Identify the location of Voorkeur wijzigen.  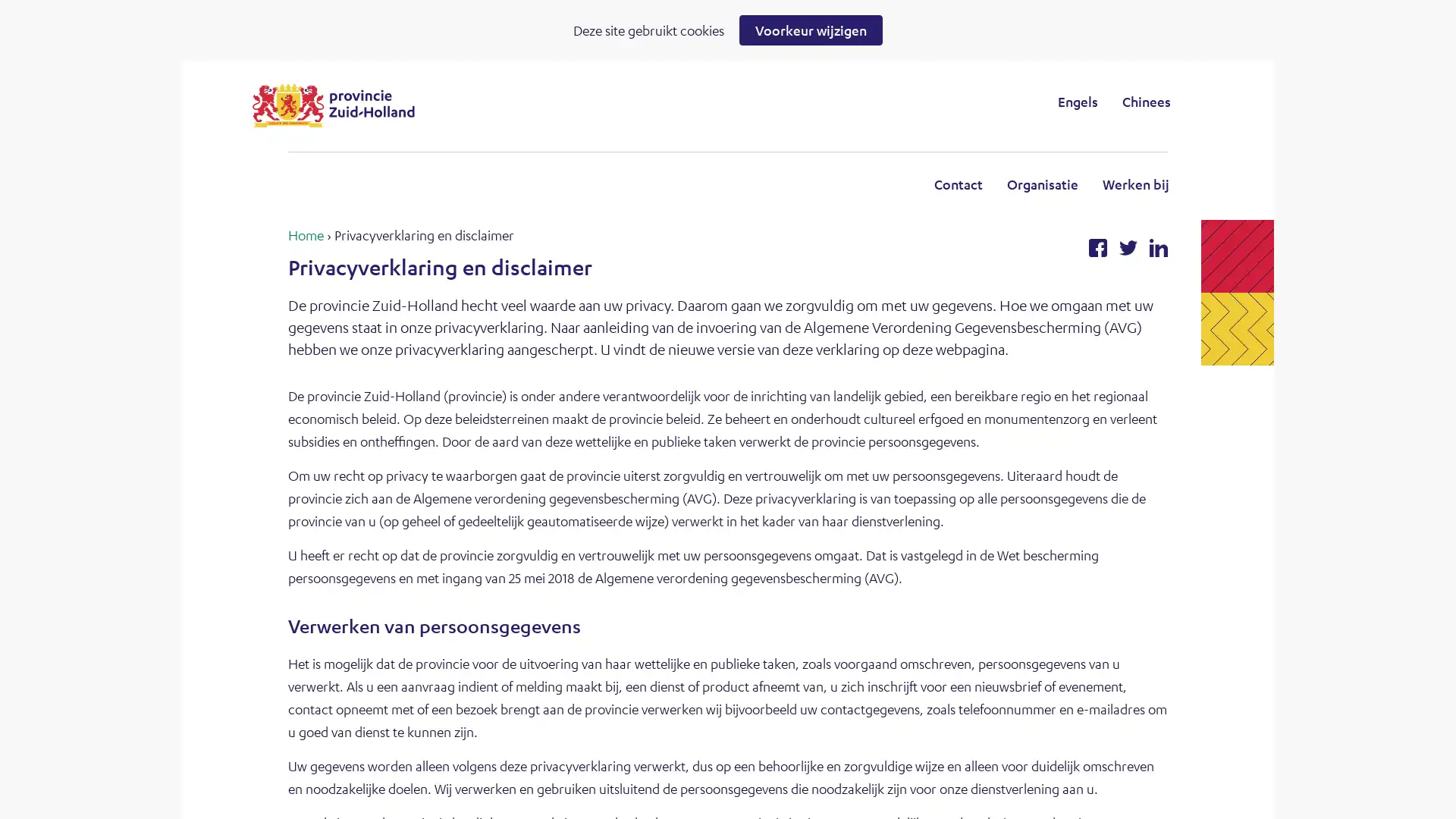
(810, 30).